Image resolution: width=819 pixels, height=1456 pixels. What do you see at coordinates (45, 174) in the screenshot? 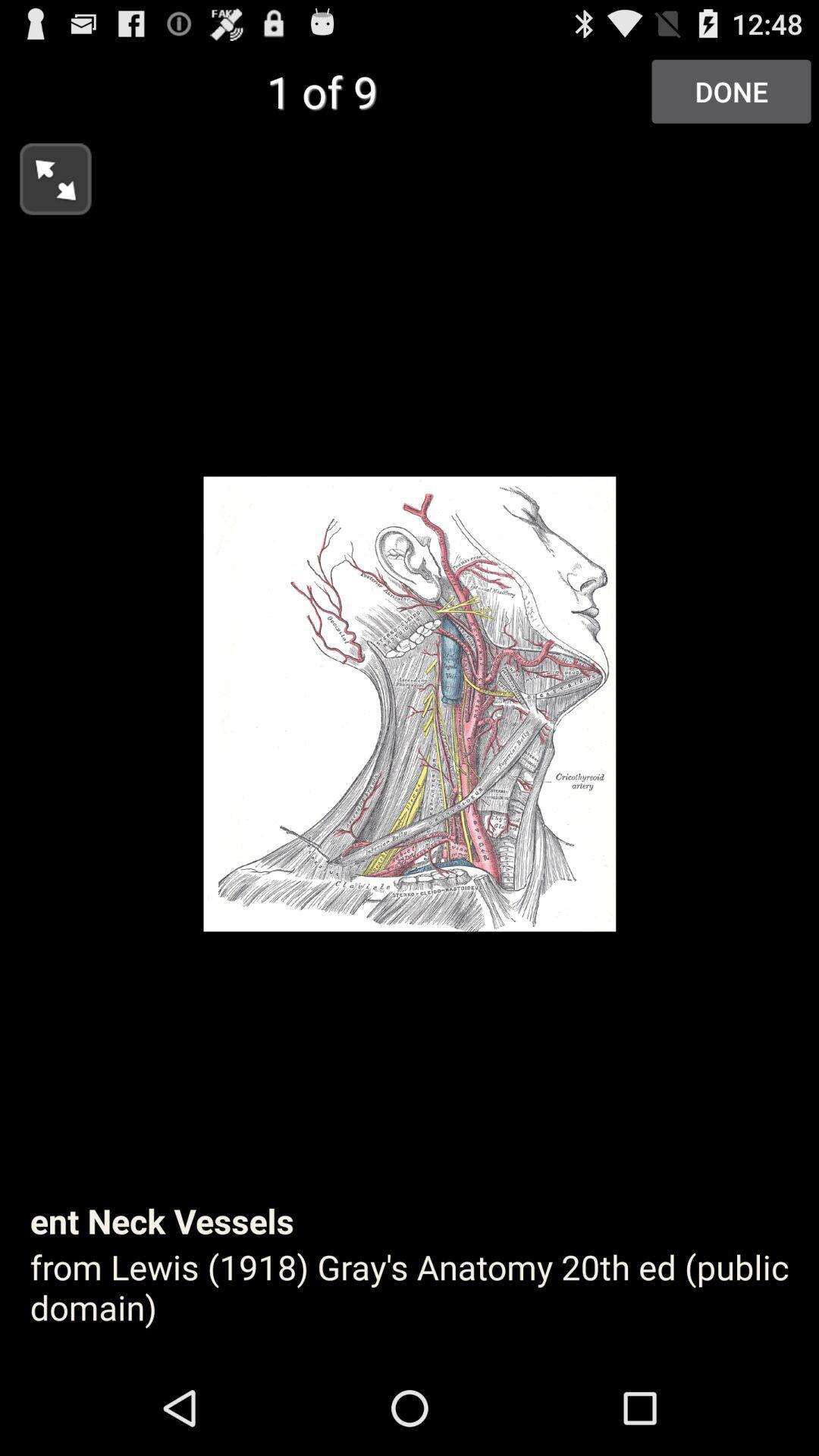
I see `the icon below the 1 of 9 item` at bounding box center [45, 174].